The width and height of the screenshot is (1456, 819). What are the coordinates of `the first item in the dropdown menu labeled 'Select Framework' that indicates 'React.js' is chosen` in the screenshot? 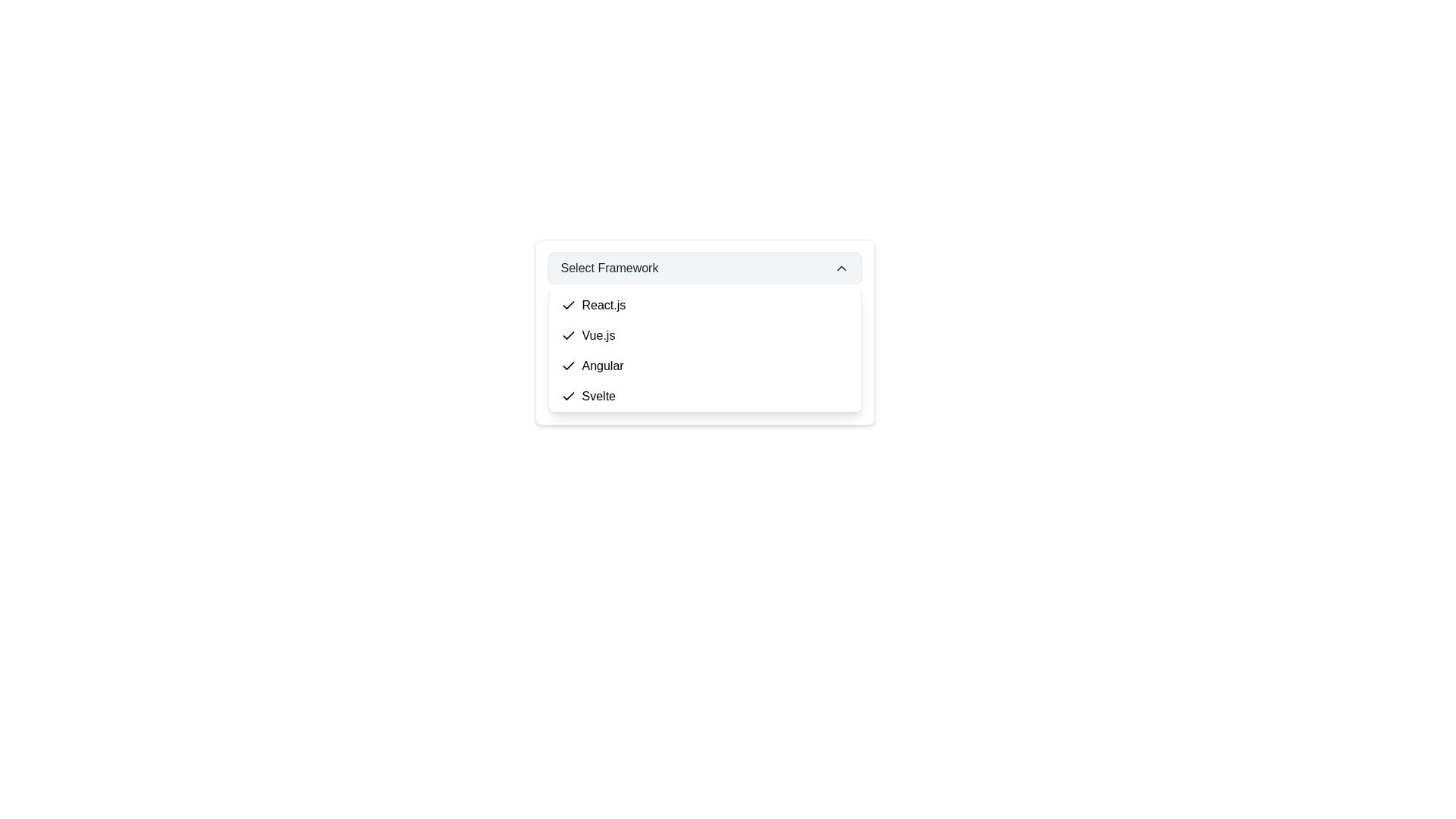 It's located at (592, 305).